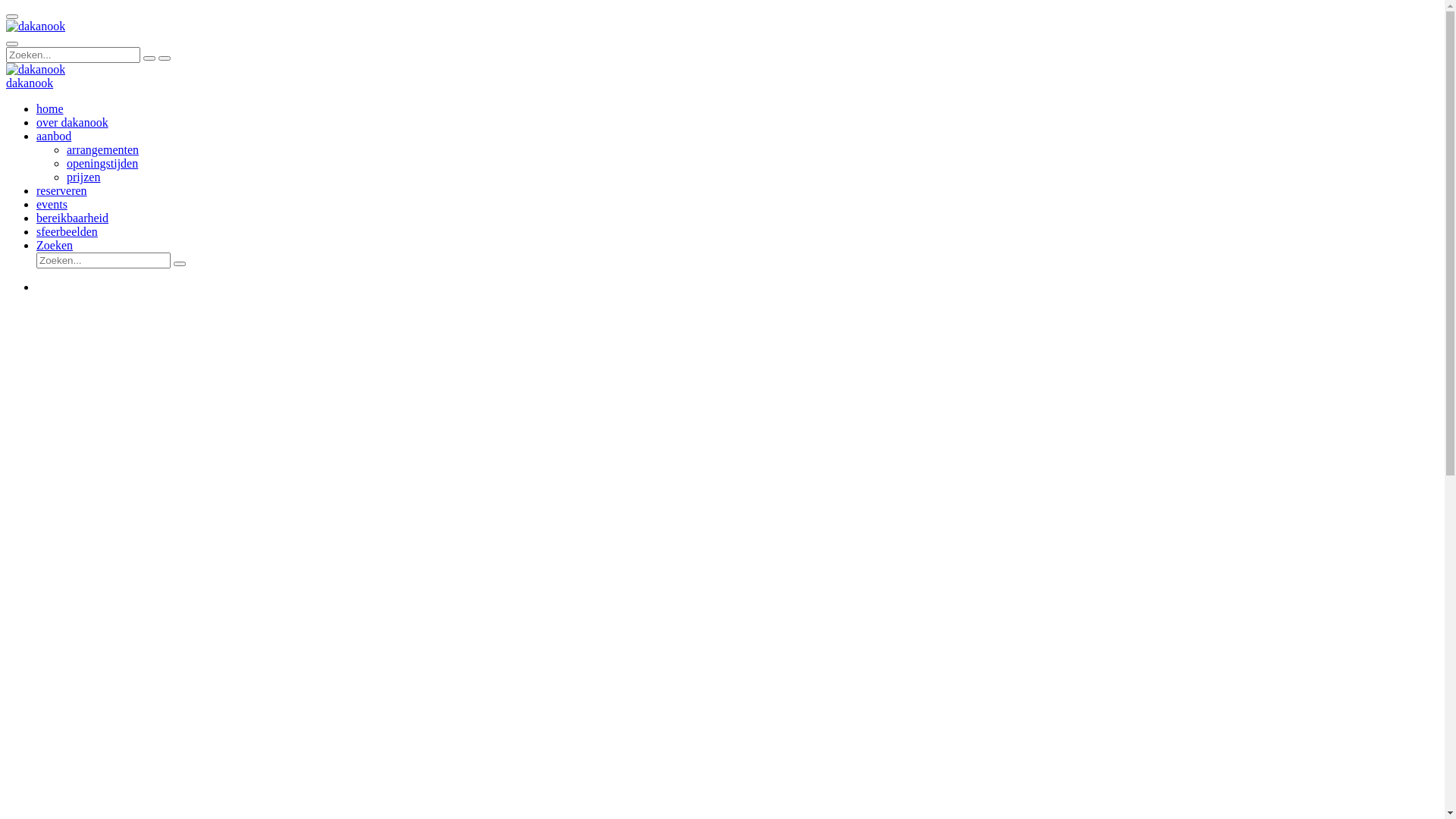 The width and height of the screenshot is (1456, 819). Describe the element at coordinates (36, 70) in the screenshot. I see `'dakanook'` at that location.